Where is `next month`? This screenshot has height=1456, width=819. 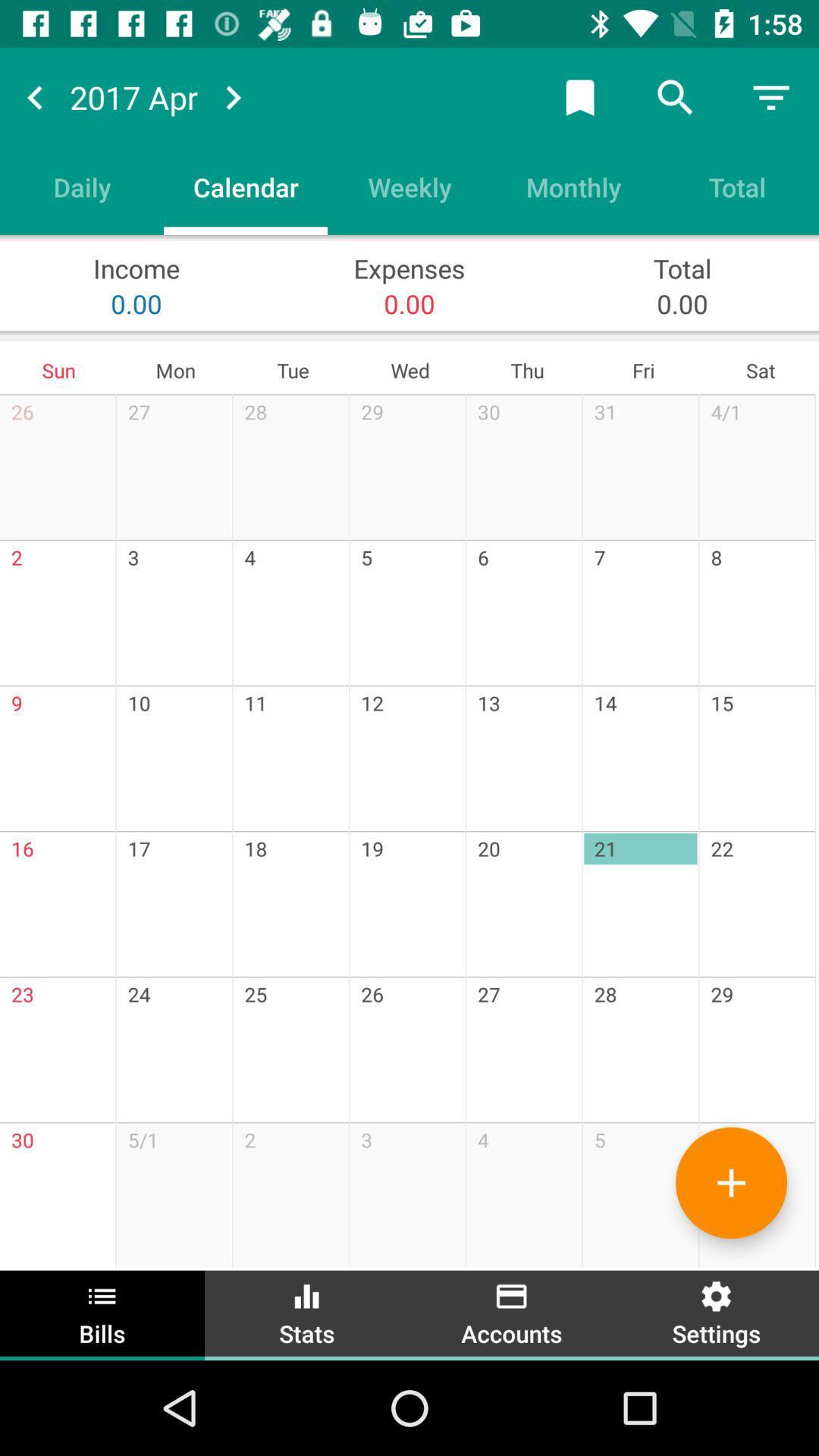 next month is located at coordinates (233, 96).